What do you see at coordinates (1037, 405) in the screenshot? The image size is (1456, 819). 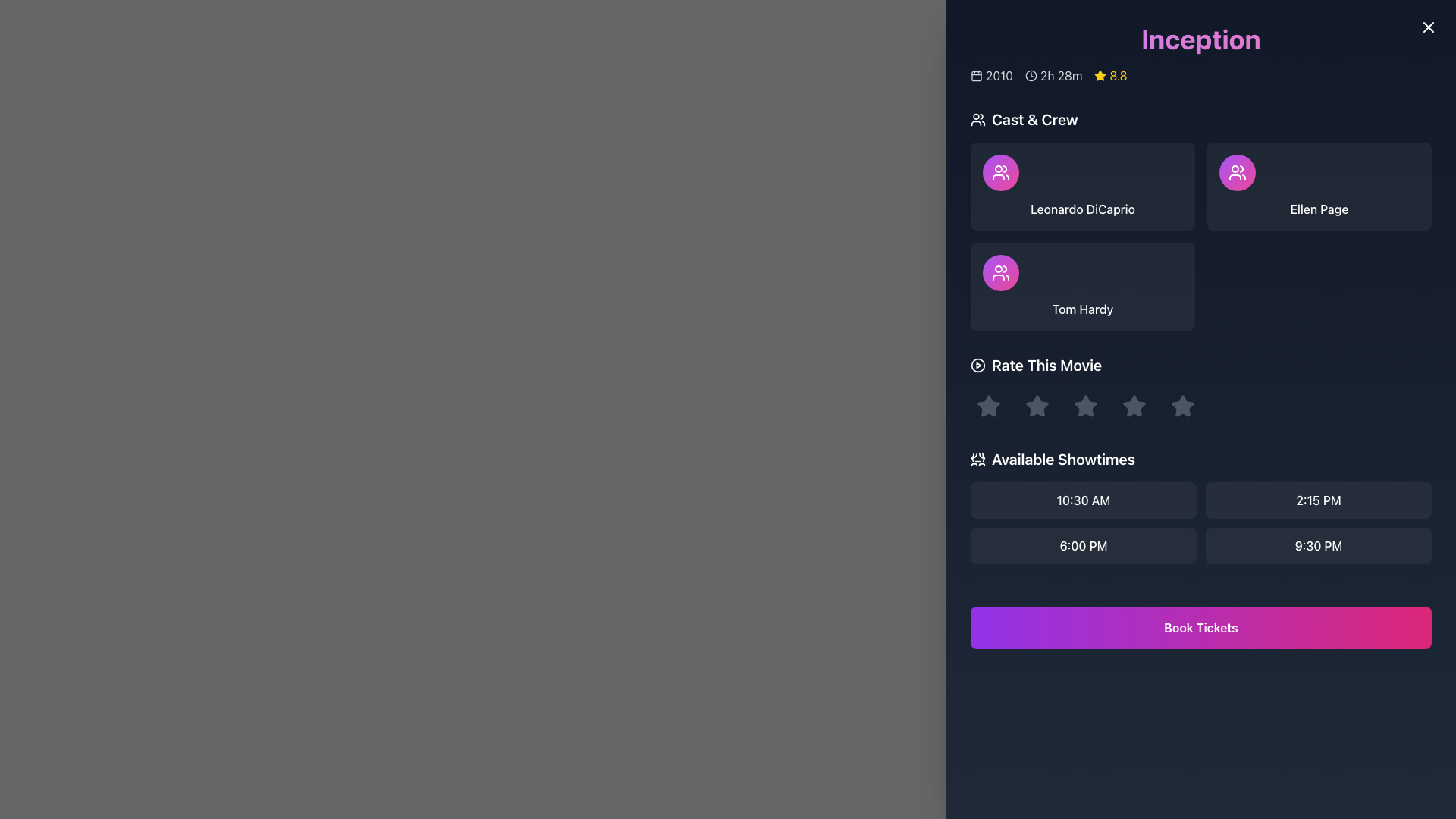 I see `the second star in the row of five rating stars` at bounding box center [1037, 405].